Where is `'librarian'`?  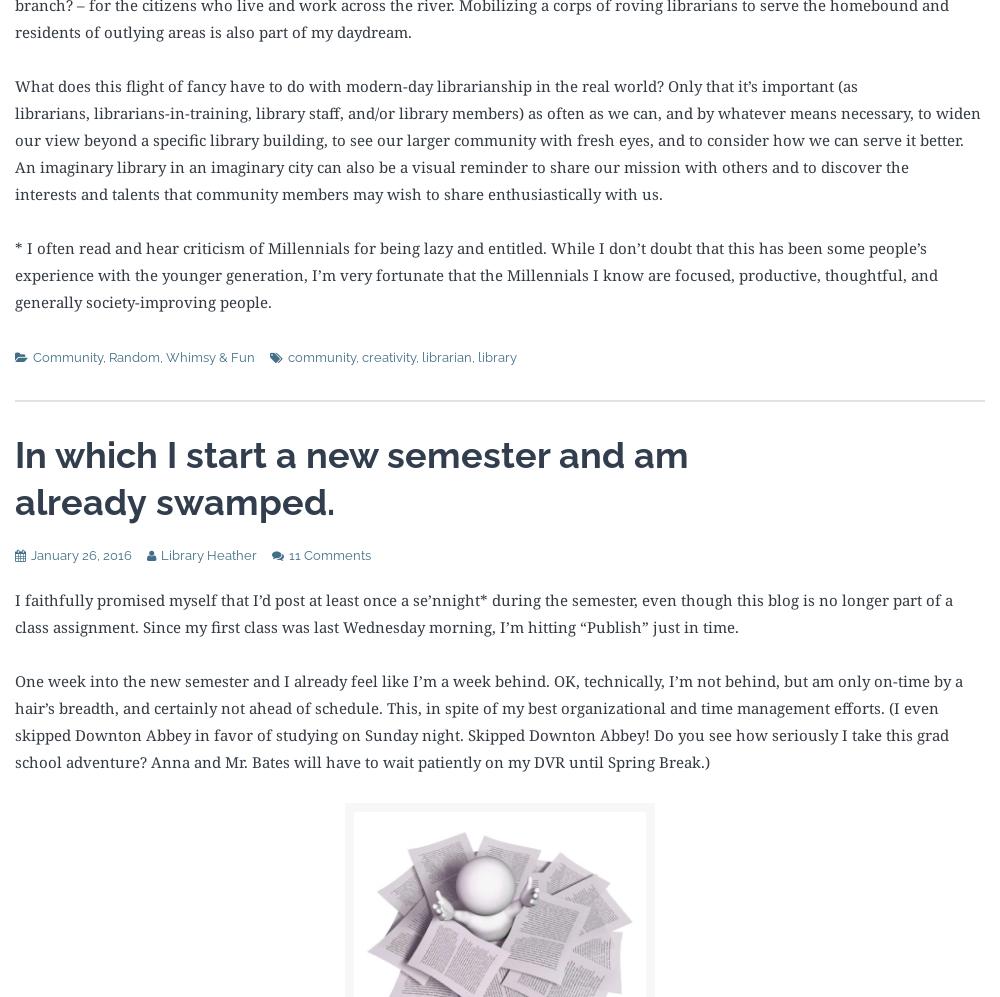 'librarian' is located at coordinates (446, 356).